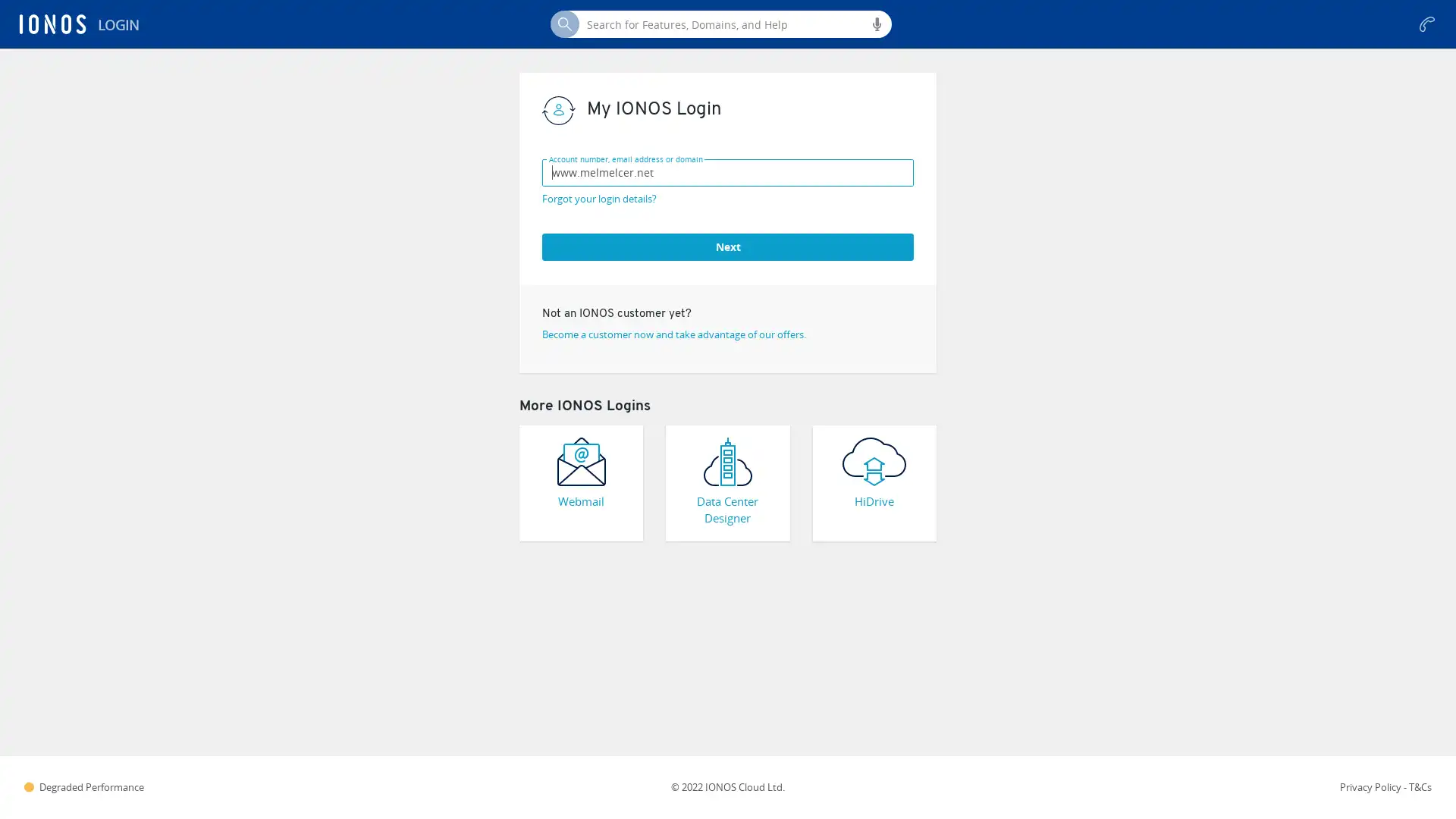 This screenshot has height=819, width=1456. What do you see at coordinates (728, 245) in the screenshot?
I see `Next` at bounding box center [728, 245].